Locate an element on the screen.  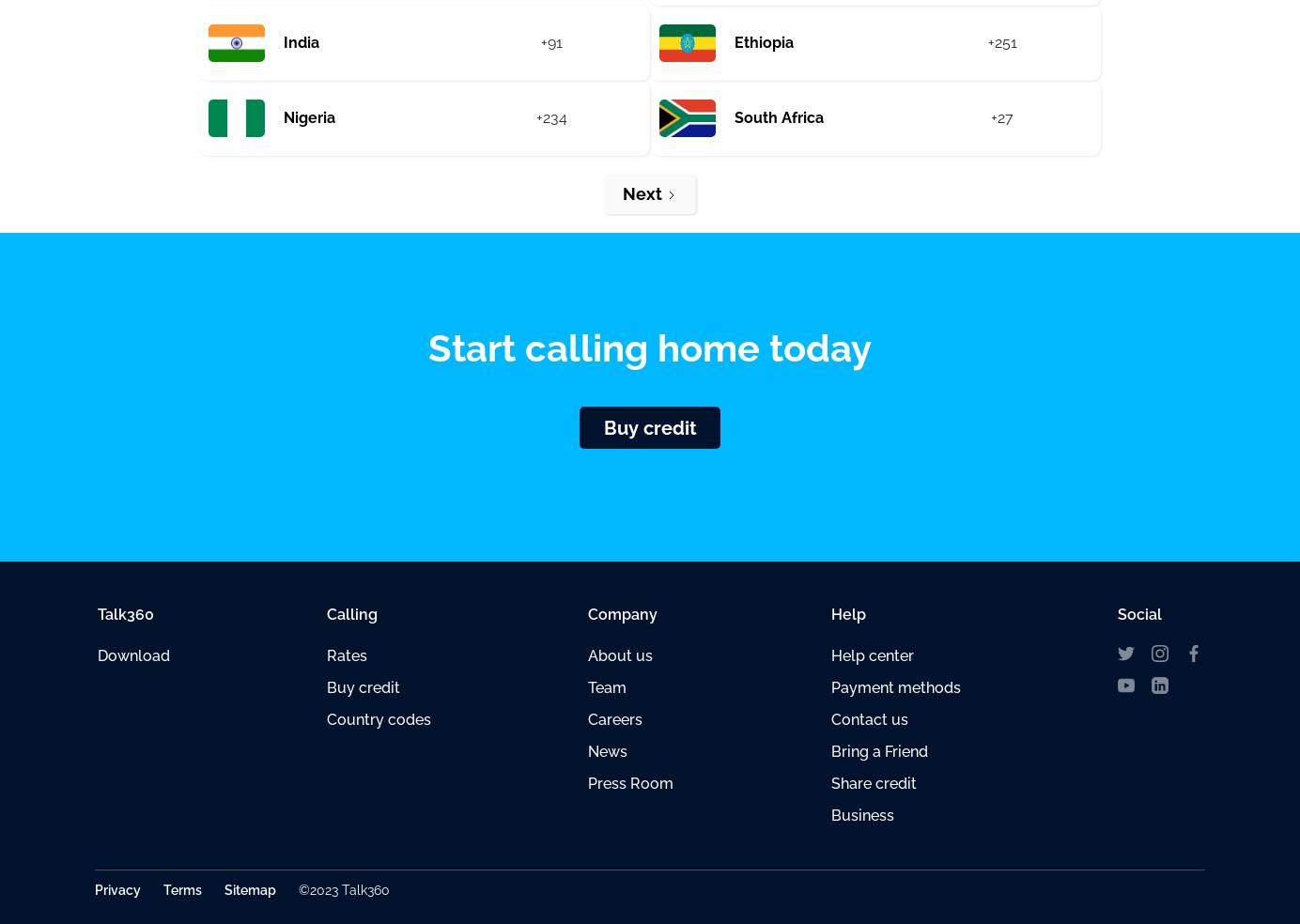
'Press Room' is located at coordinates (630, 782).